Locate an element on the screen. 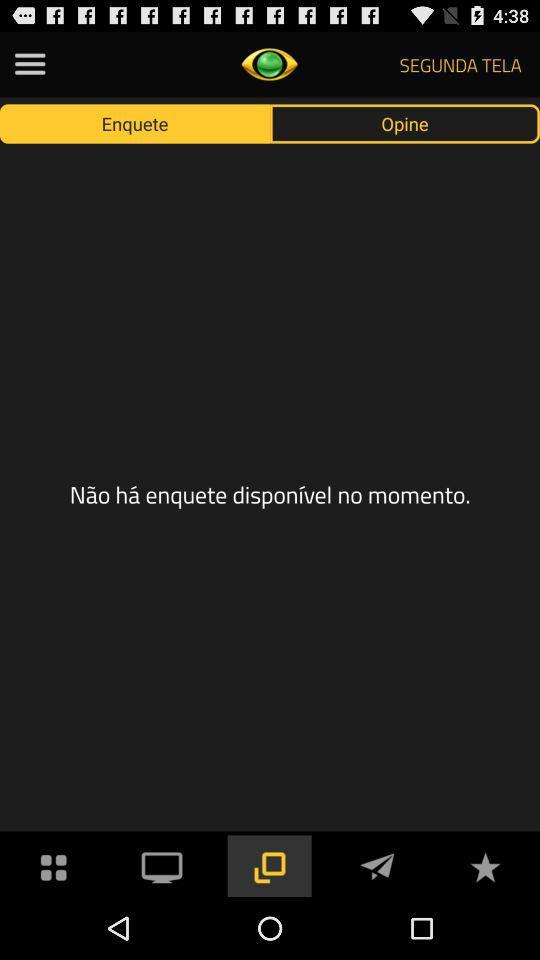  this is the settings button for the app is located at coordinates (29, 64).